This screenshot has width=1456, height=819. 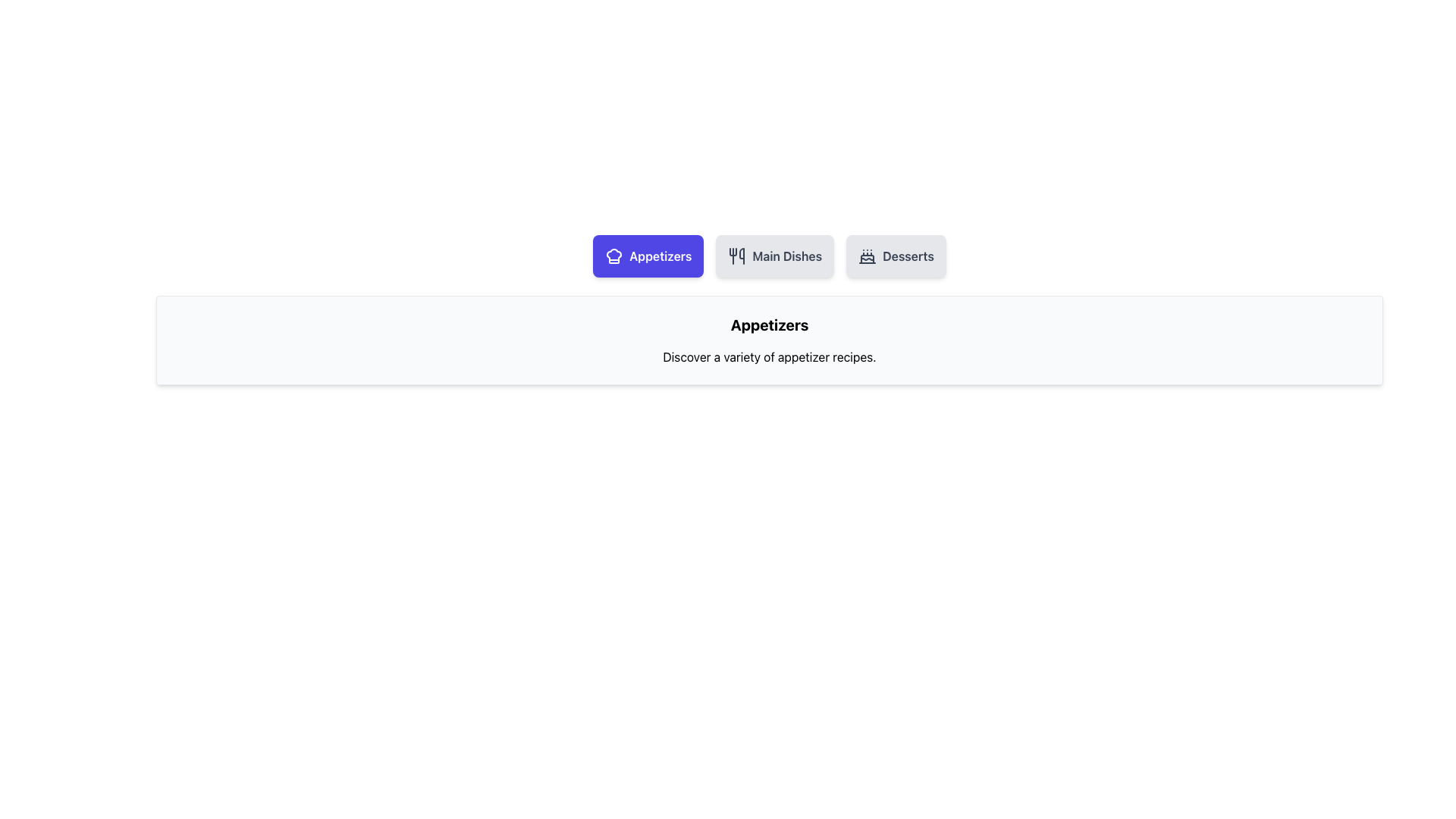 I want to click on the 'Desserts' icon located within the 'Desserts' button in the horizontal navigation bar, so click(x=868, y=256).